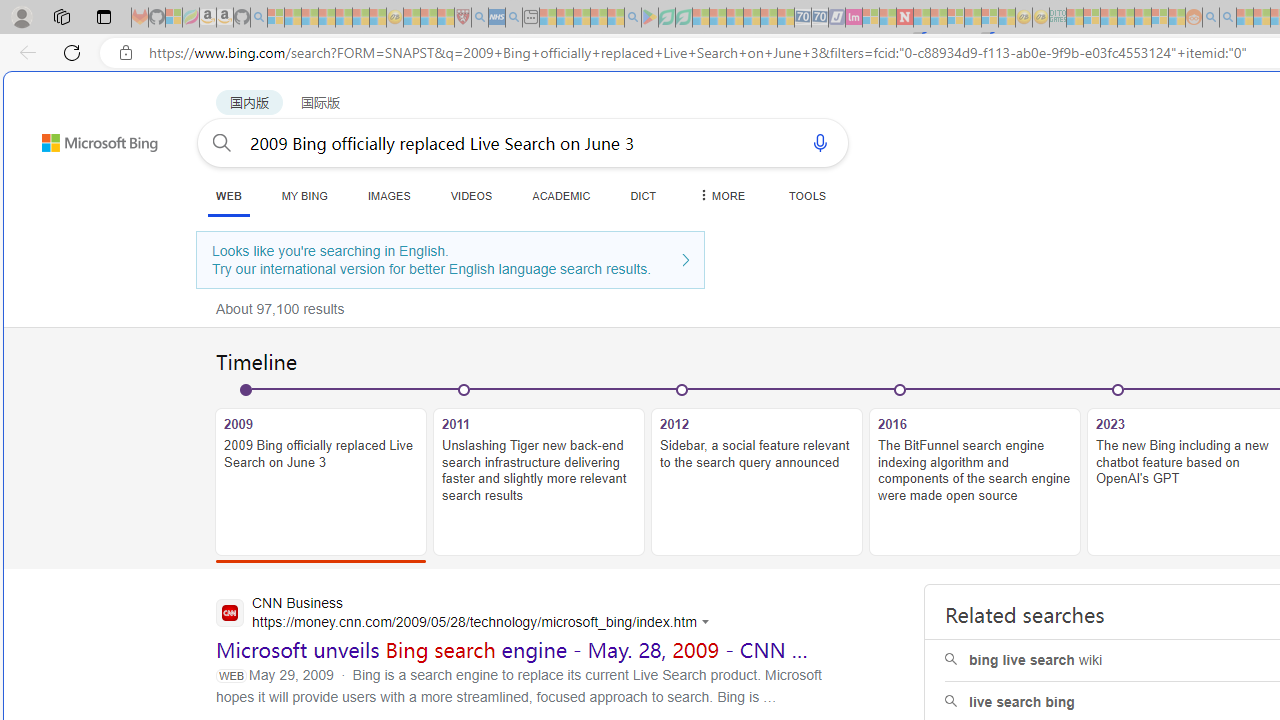 This screenshot has width=1280, height=720. I want to click on 'ACADEMIC', so click(560, 195).